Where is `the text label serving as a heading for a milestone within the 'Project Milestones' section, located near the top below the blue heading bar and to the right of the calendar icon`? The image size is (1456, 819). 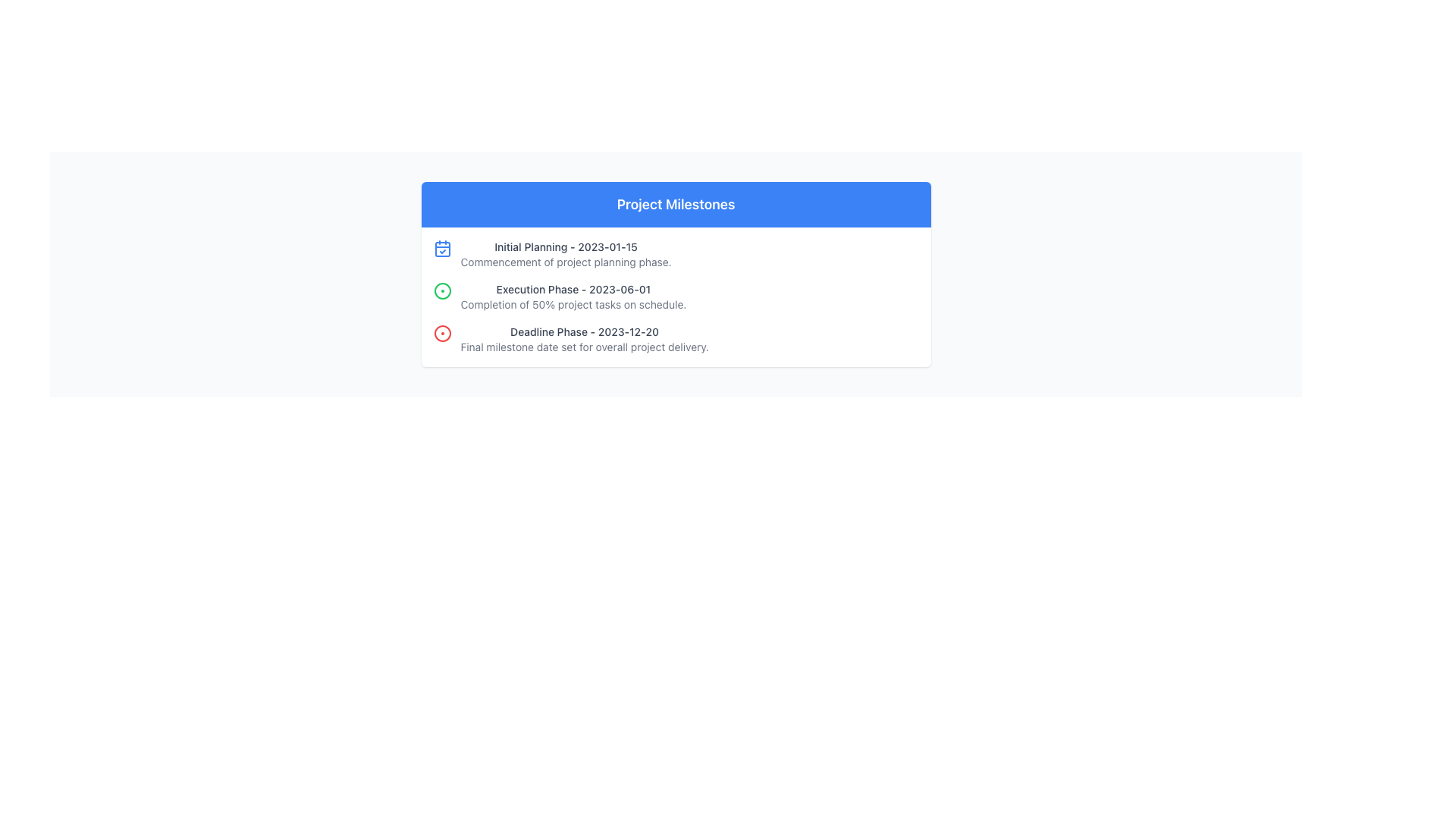 the text label serving as a heading for a milestone within the 'Project Milestones' section, located near the top below the blue heading bar and to the right of the calendar icon is located at coordinates (565, 246).